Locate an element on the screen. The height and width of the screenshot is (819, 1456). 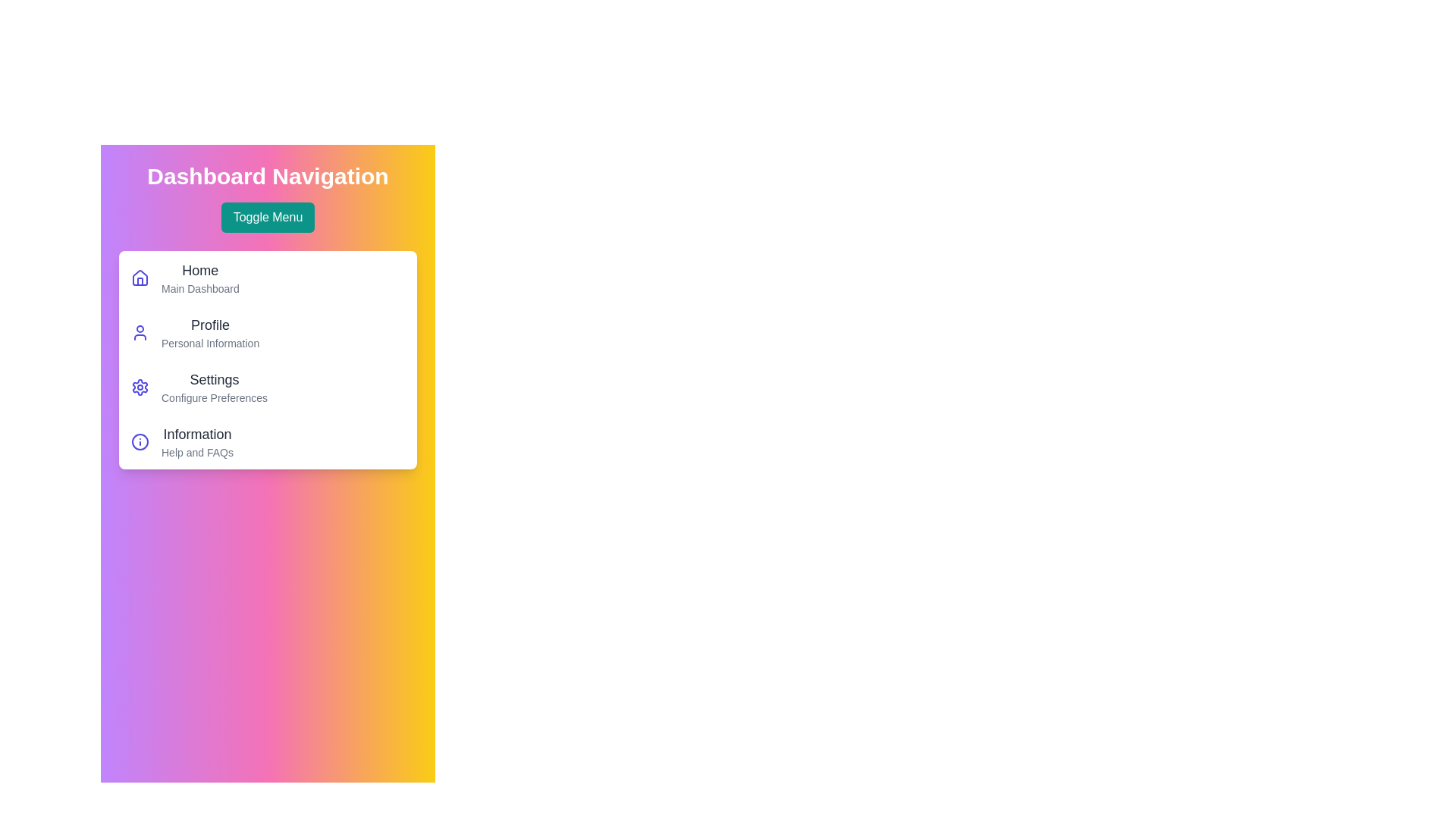
the menu item labeled Home is located at coordinates (199, 270).